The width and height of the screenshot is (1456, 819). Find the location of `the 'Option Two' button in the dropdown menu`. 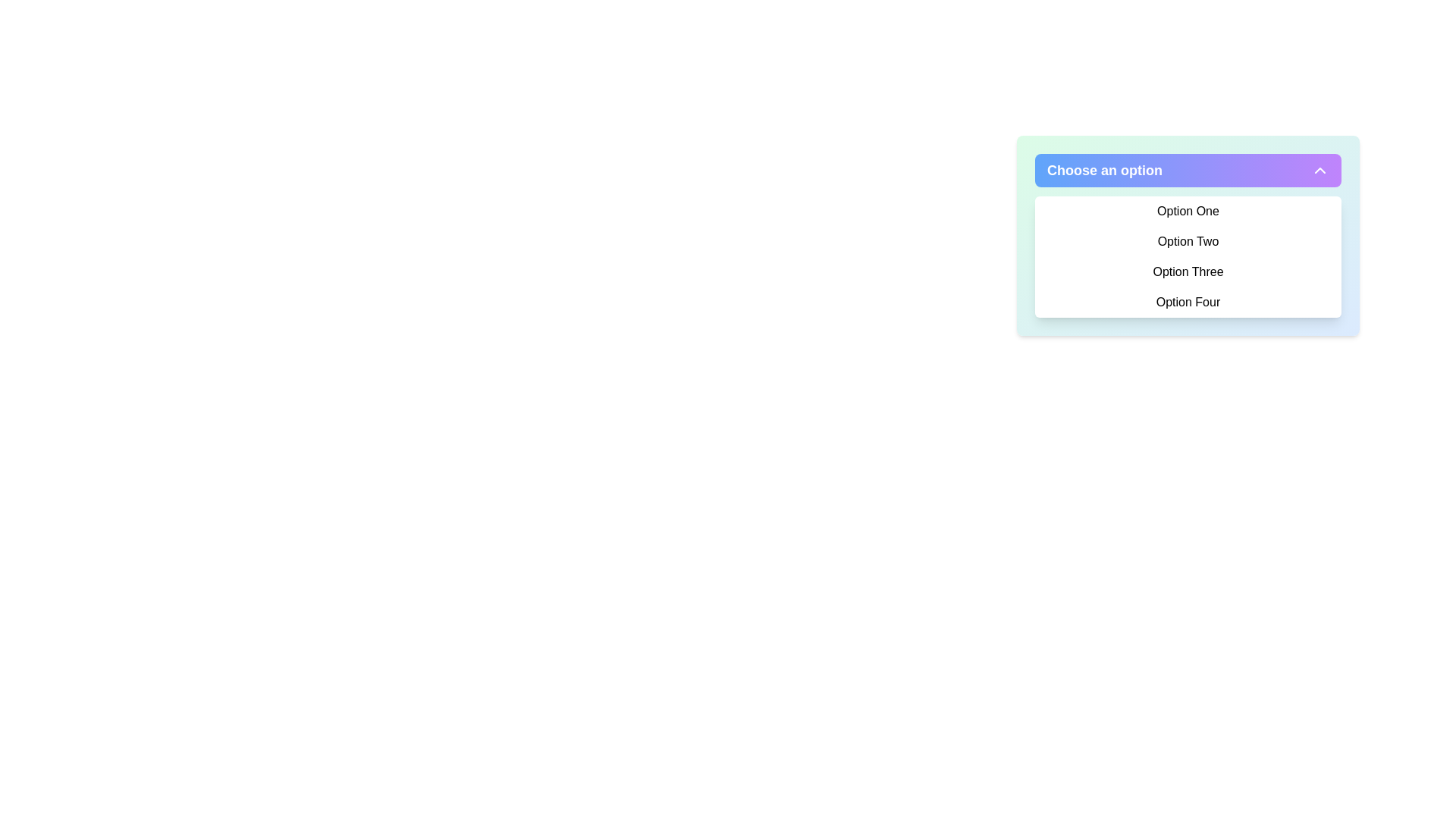

the 'Option Two' button in the dropdown menu is located at coordinates (1187, 241).